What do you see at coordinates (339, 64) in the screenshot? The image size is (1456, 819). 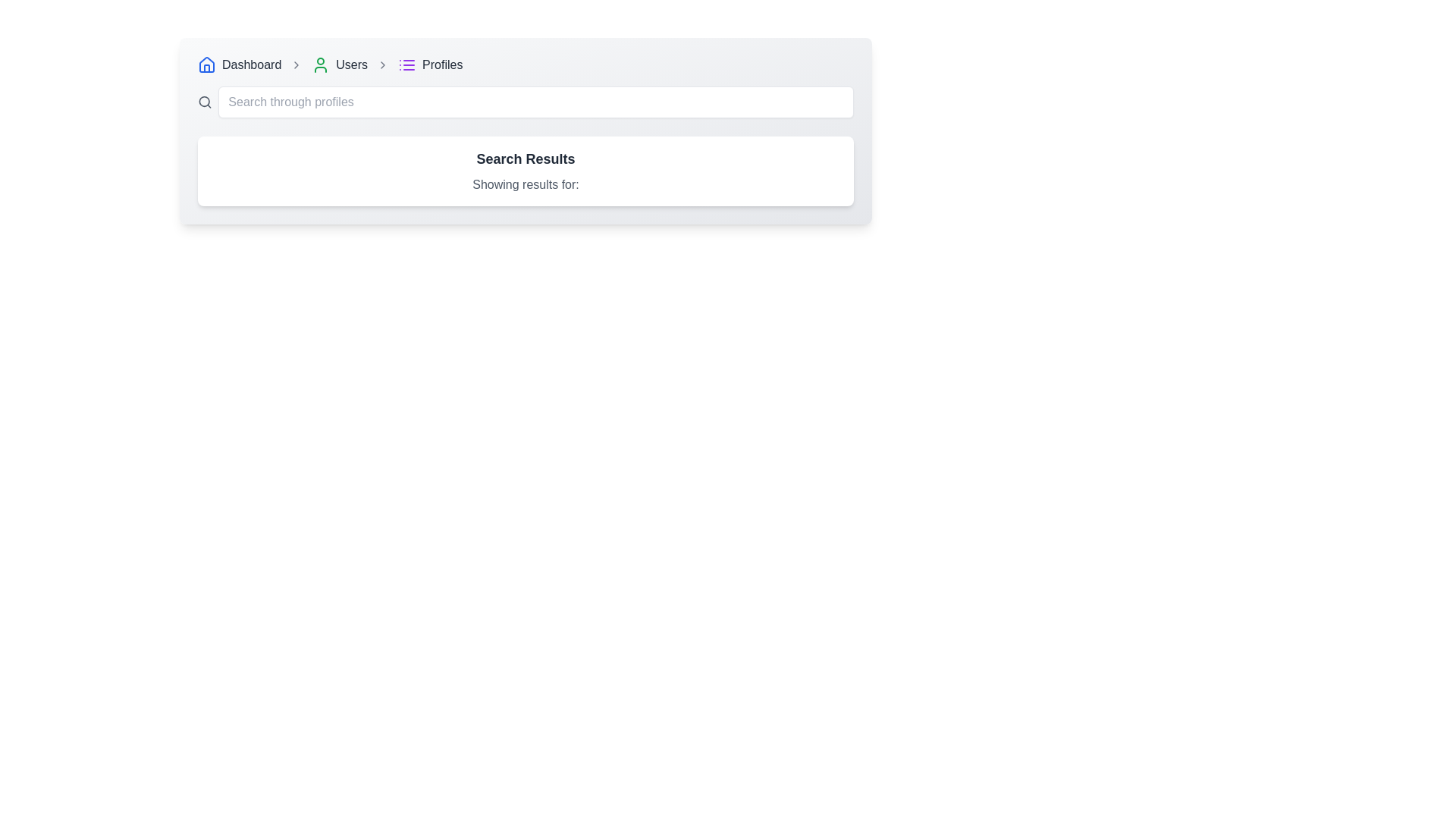 I see `the 'Users' breadcrumb navigation item, which is the second clickable item` at bounding box center [339, 64].